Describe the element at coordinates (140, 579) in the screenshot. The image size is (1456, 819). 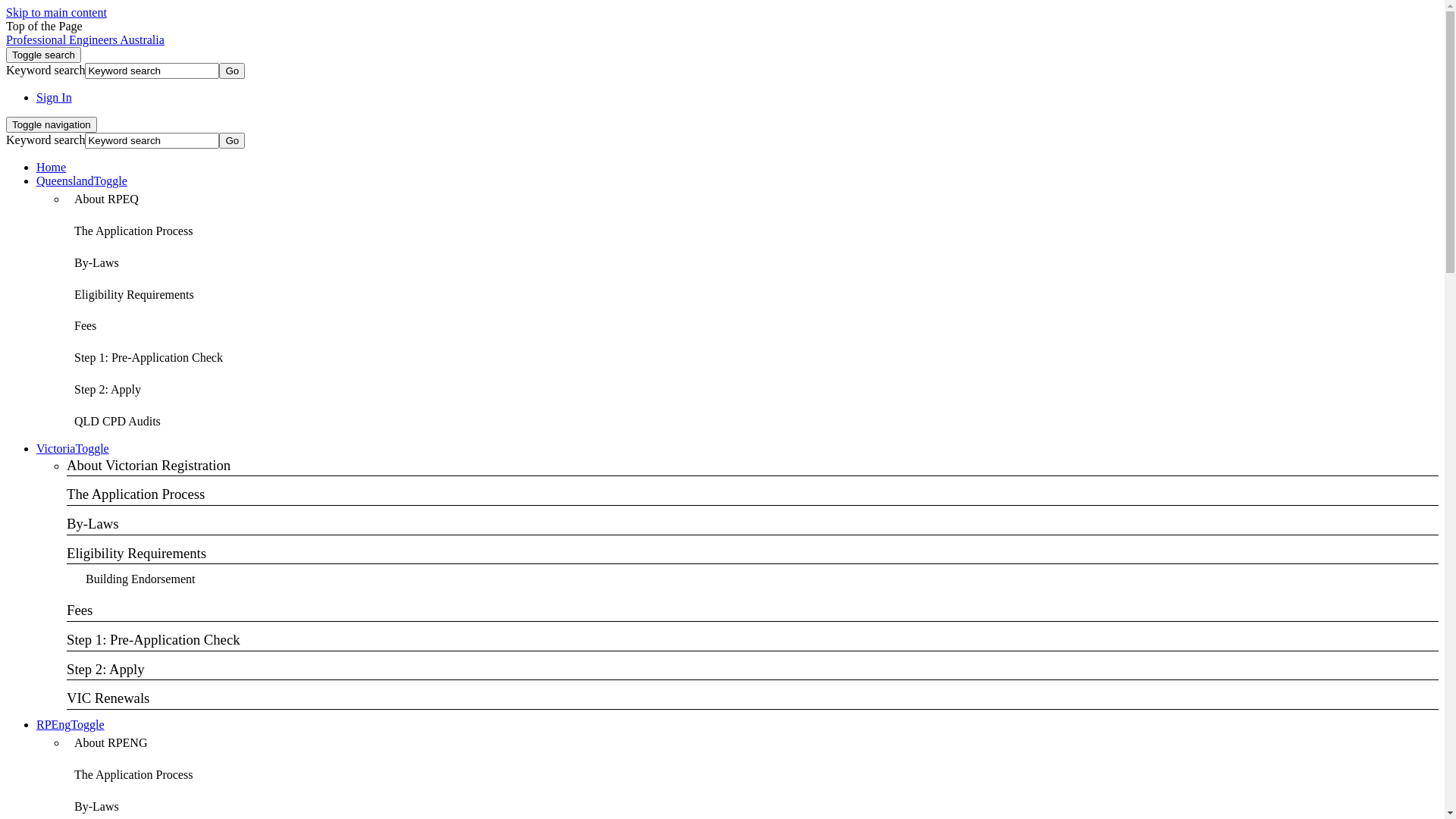
I see `'Building Endorsement'` at that location.